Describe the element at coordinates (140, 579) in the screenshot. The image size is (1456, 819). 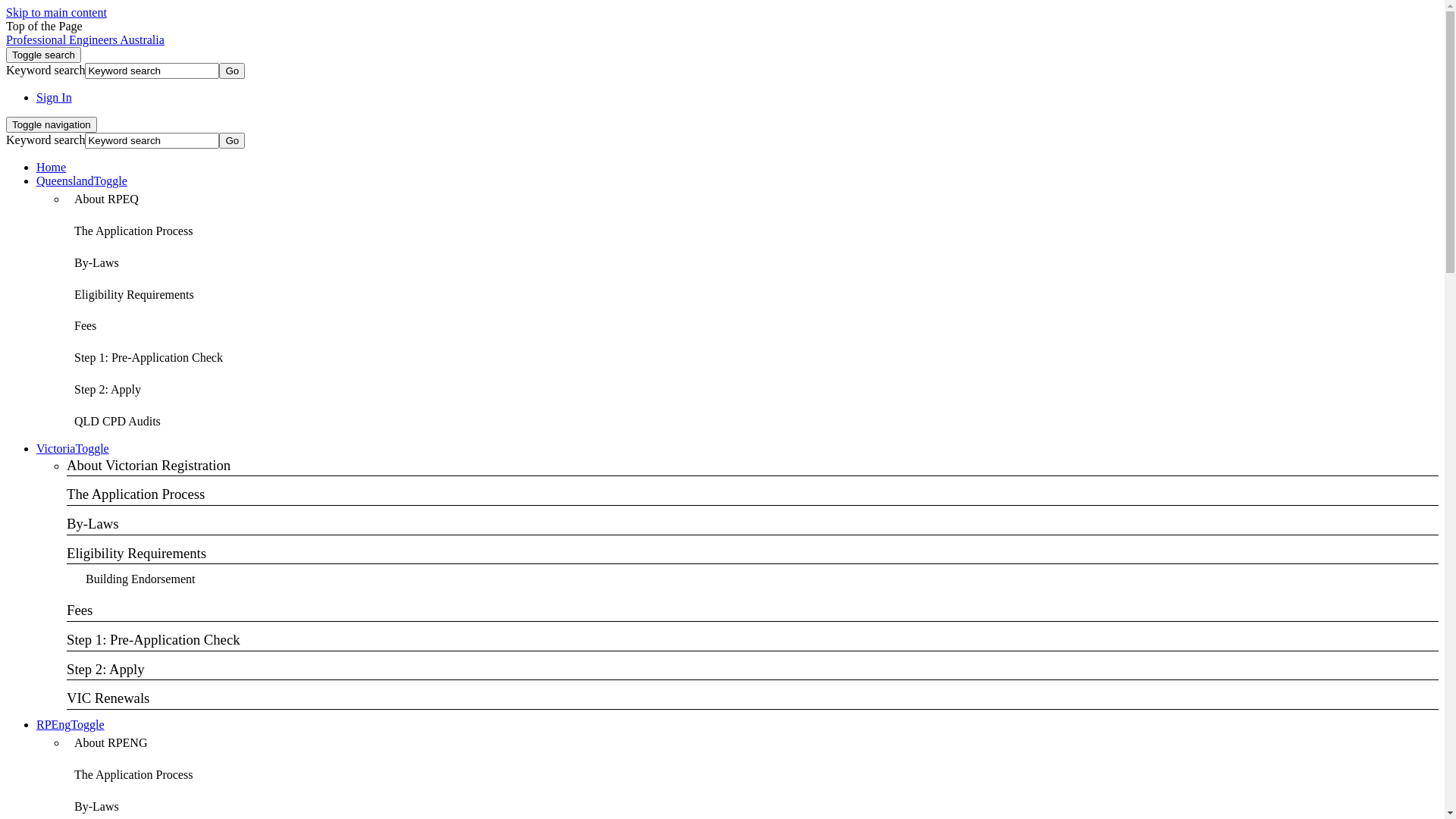
I see `'Building Endorsement'` at that location.